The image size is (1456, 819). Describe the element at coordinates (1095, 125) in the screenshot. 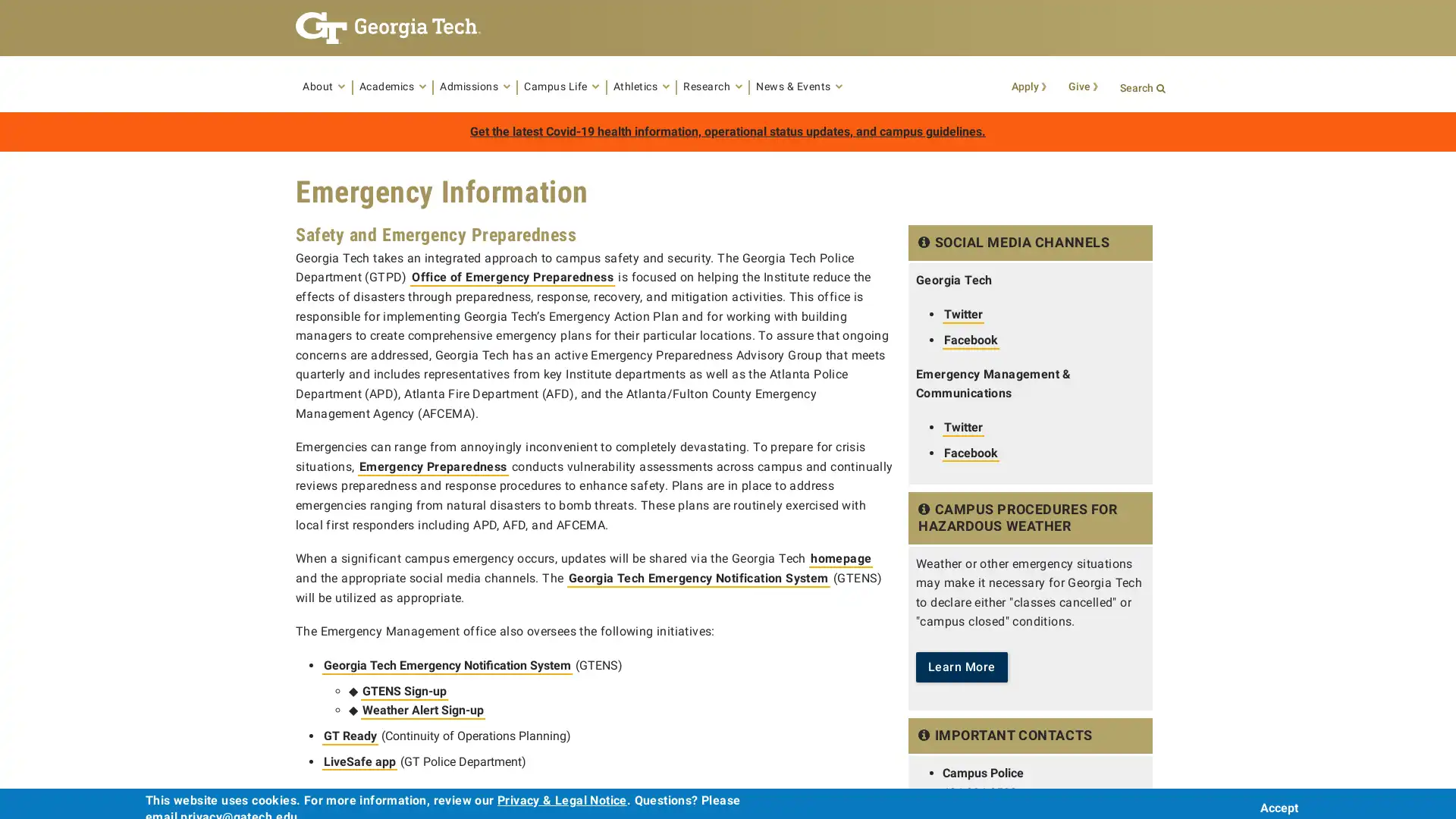

I see `Search Button` at that location.